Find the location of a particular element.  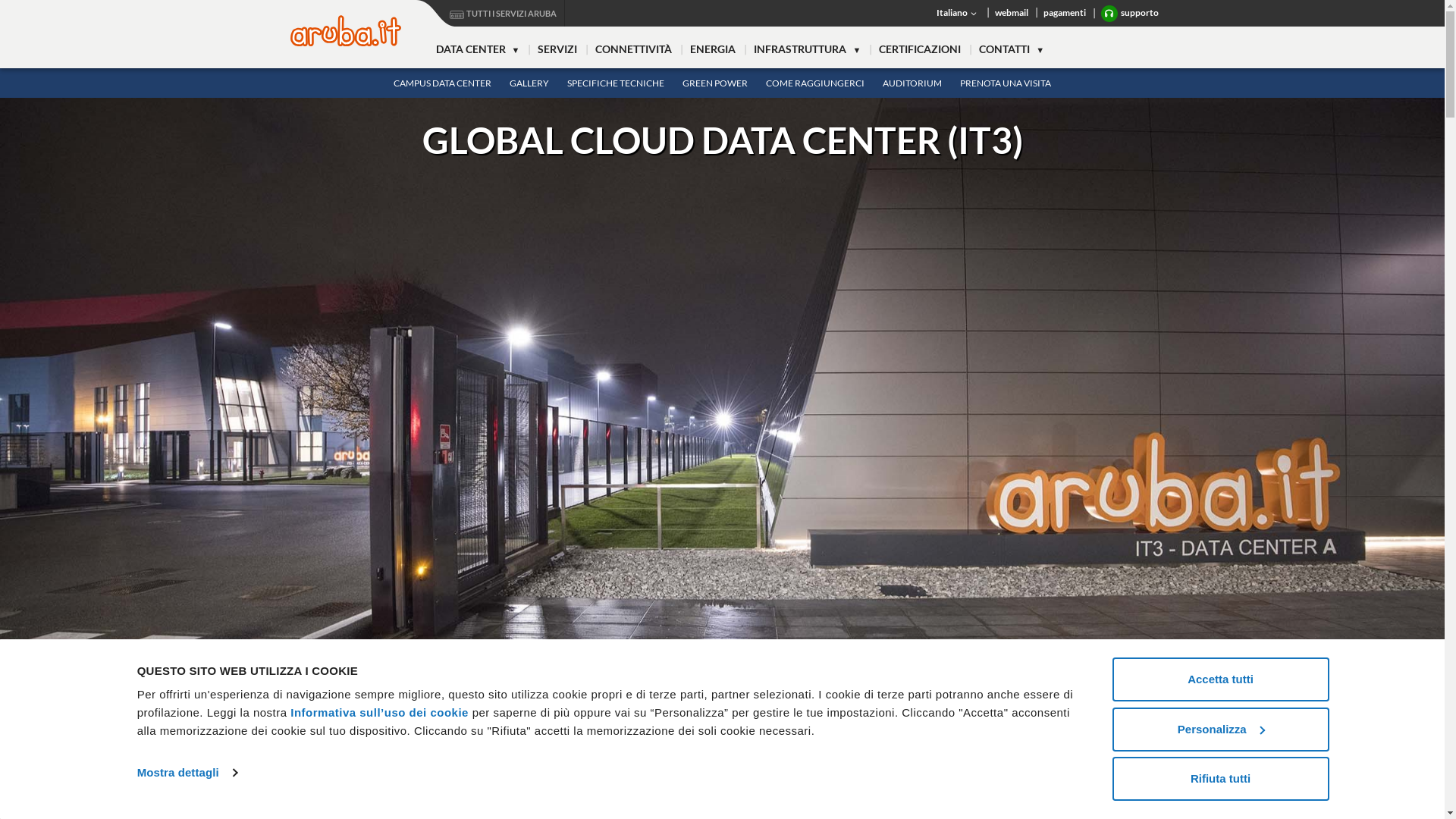

'Personalizza' is located at coordinates (1219, 727).